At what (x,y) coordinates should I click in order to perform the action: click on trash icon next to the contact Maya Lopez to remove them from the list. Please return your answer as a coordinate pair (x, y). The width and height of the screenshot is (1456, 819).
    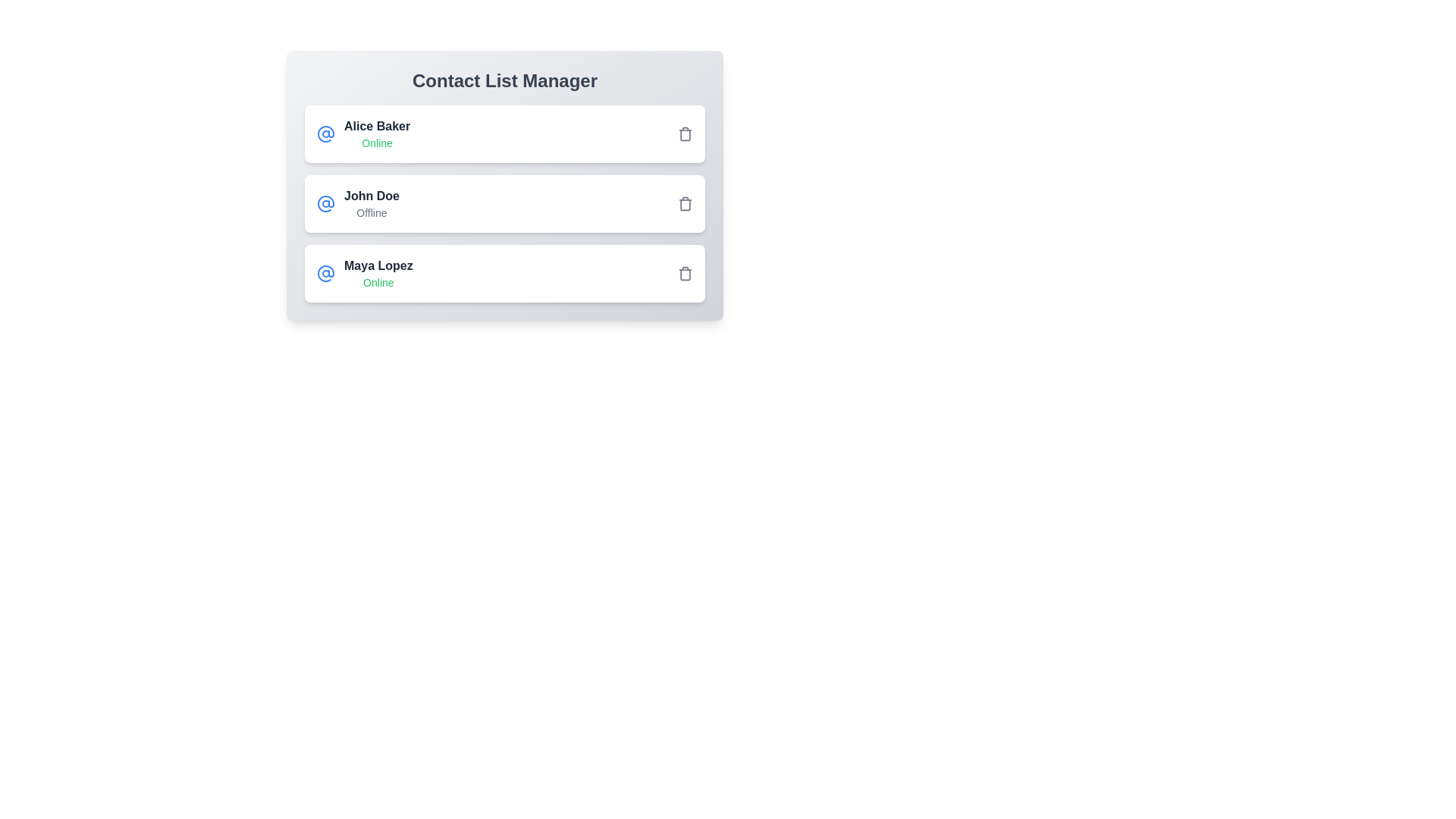
    Looking at the image, I should click on (684, 274).